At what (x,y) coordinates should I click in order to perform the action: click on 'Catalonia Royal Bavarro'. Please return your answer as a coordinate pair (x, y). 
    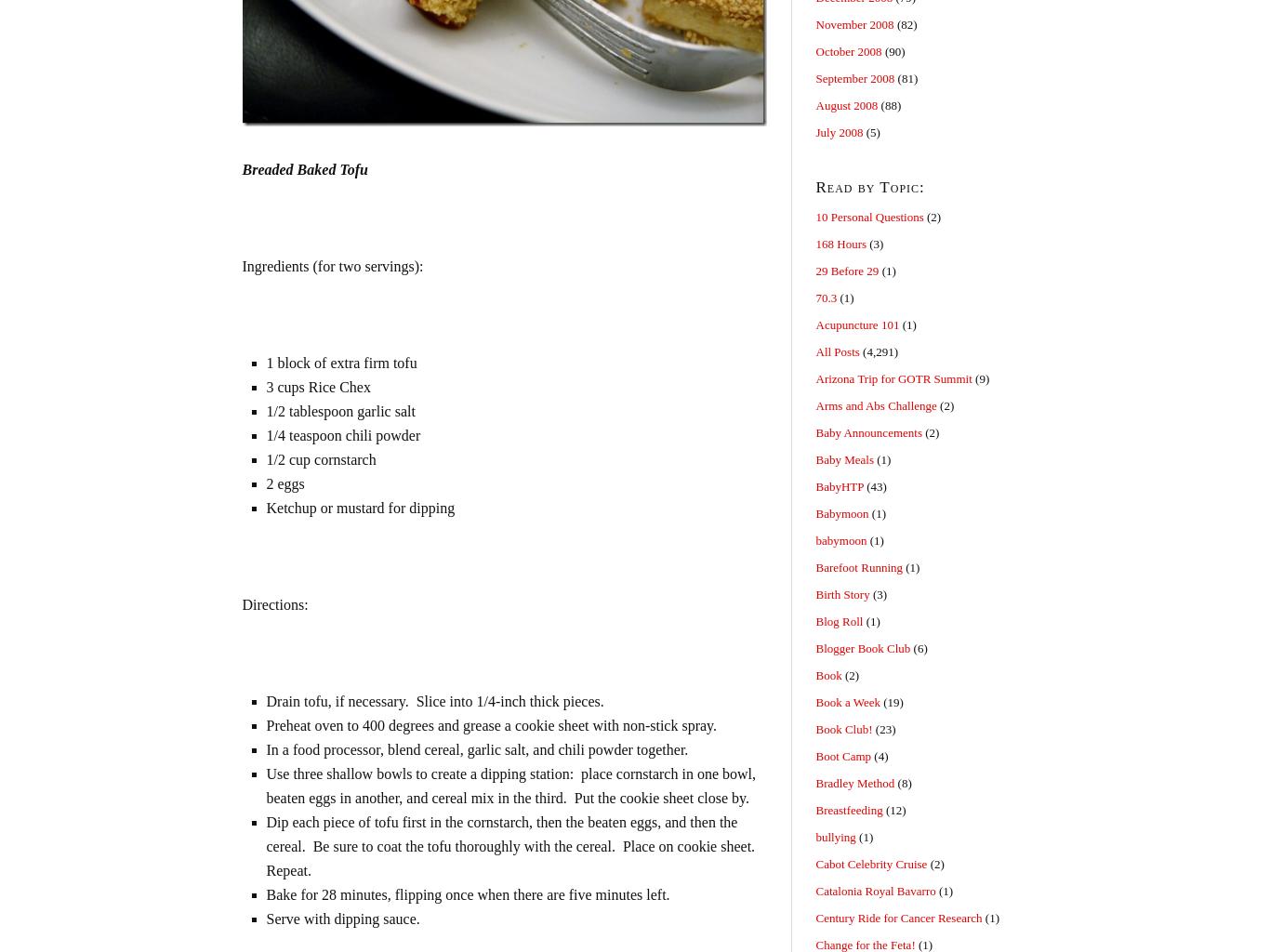
    Looking at the image, I should click on (875, 891).